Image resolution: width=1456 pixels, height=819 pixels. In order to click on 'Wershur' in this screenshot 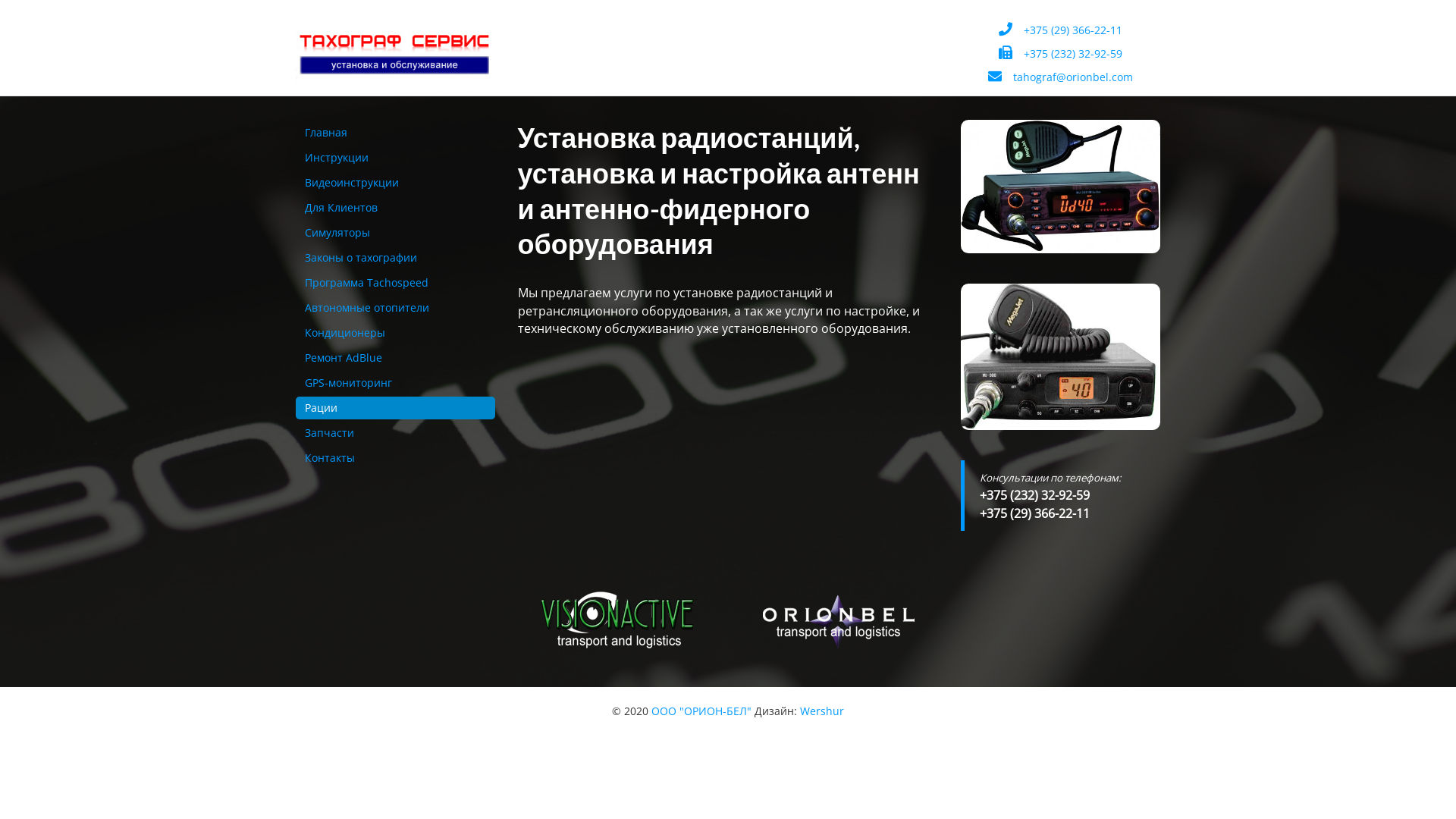, I will do `click(821, 711)`.